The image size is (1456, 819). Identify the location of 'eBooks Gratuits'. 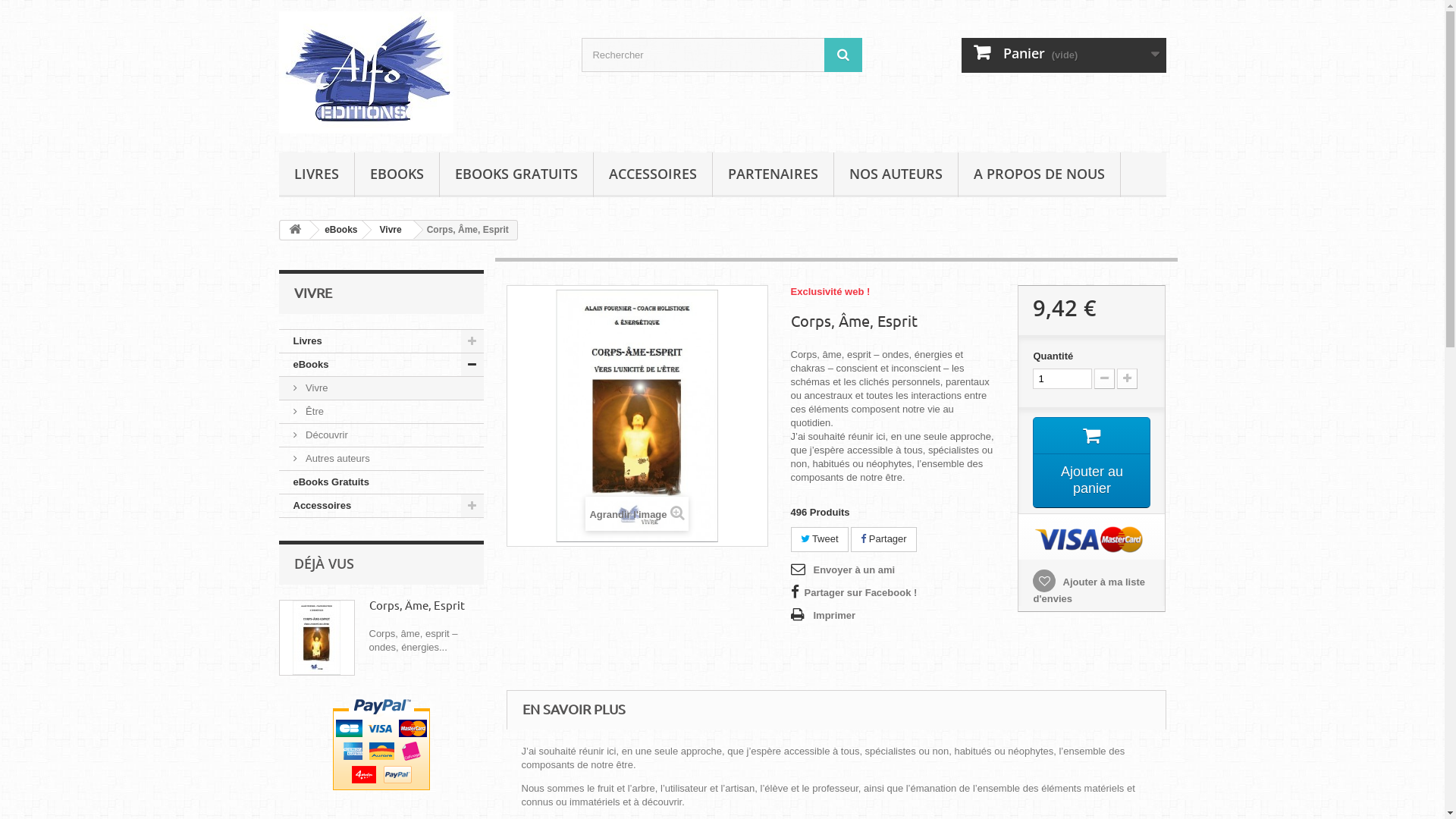
(381, 482).